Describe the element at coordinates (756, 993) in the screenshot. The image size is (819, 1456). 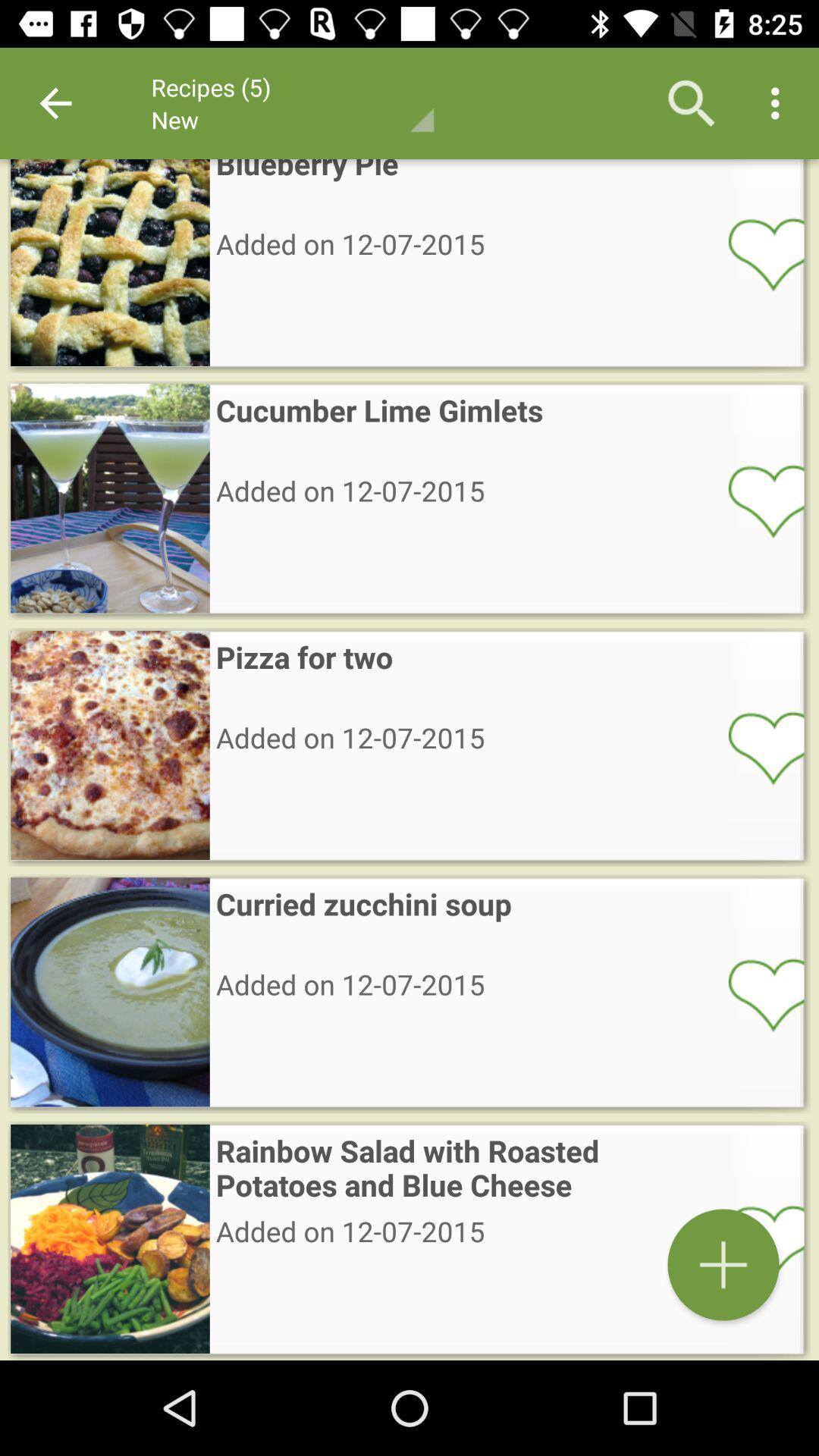
I see `to favorites` at that location.